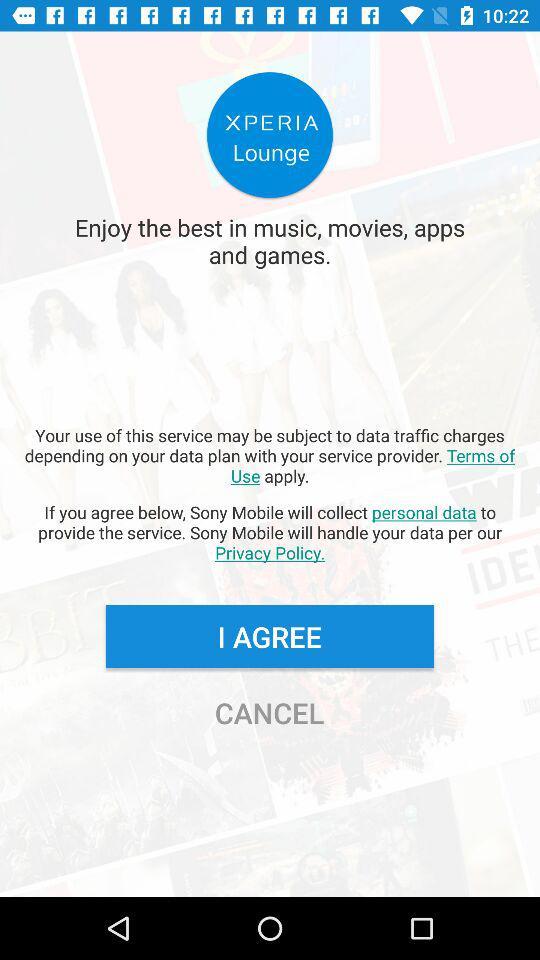  I want to click on the button above cancel button, so click(269, 635).